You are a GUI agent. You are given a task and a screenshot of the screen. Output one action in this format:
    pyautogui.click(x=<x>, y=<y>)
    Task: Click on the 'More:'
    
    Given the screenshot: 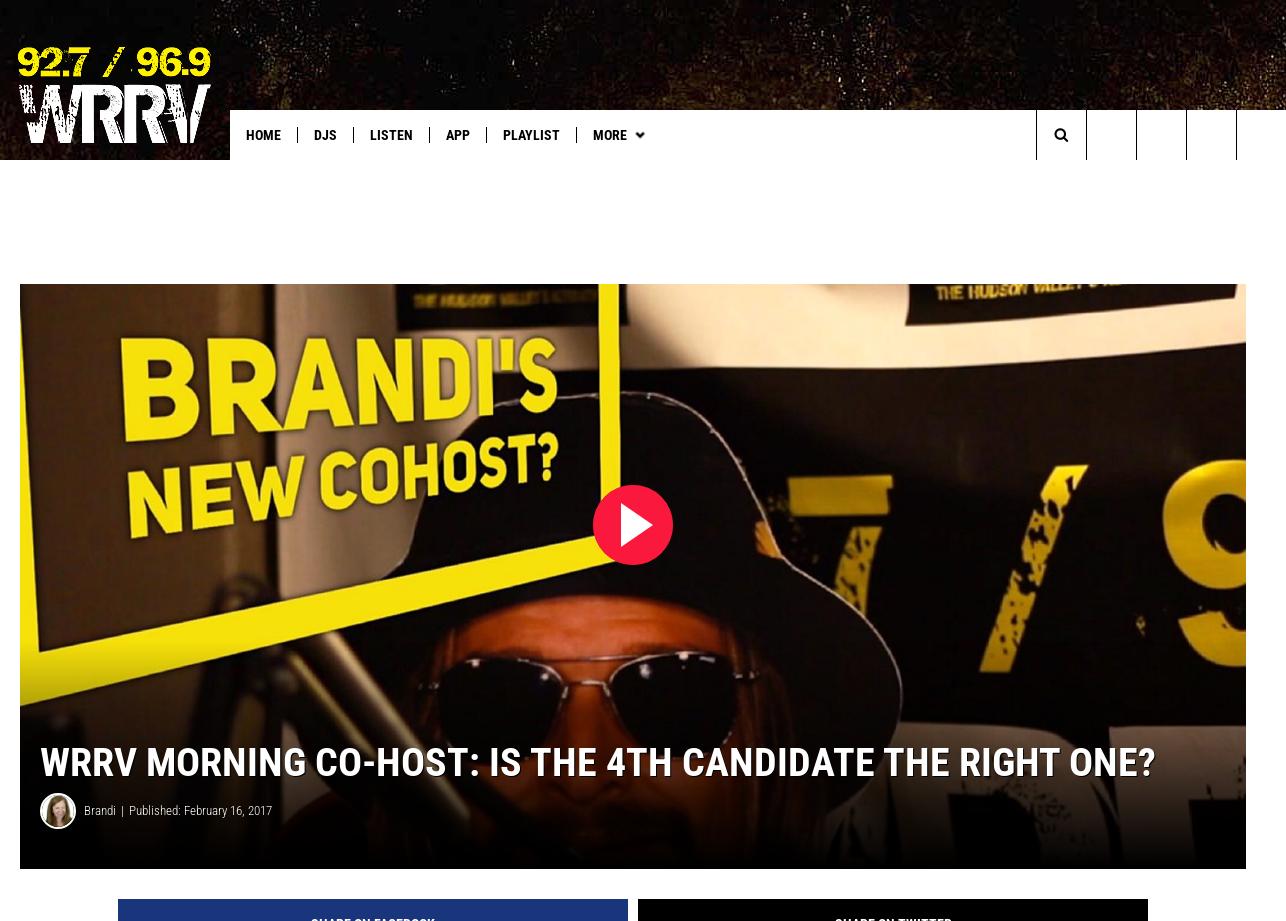 What is the action you would take?
    pyautogui.click(x=33, y=175)
    